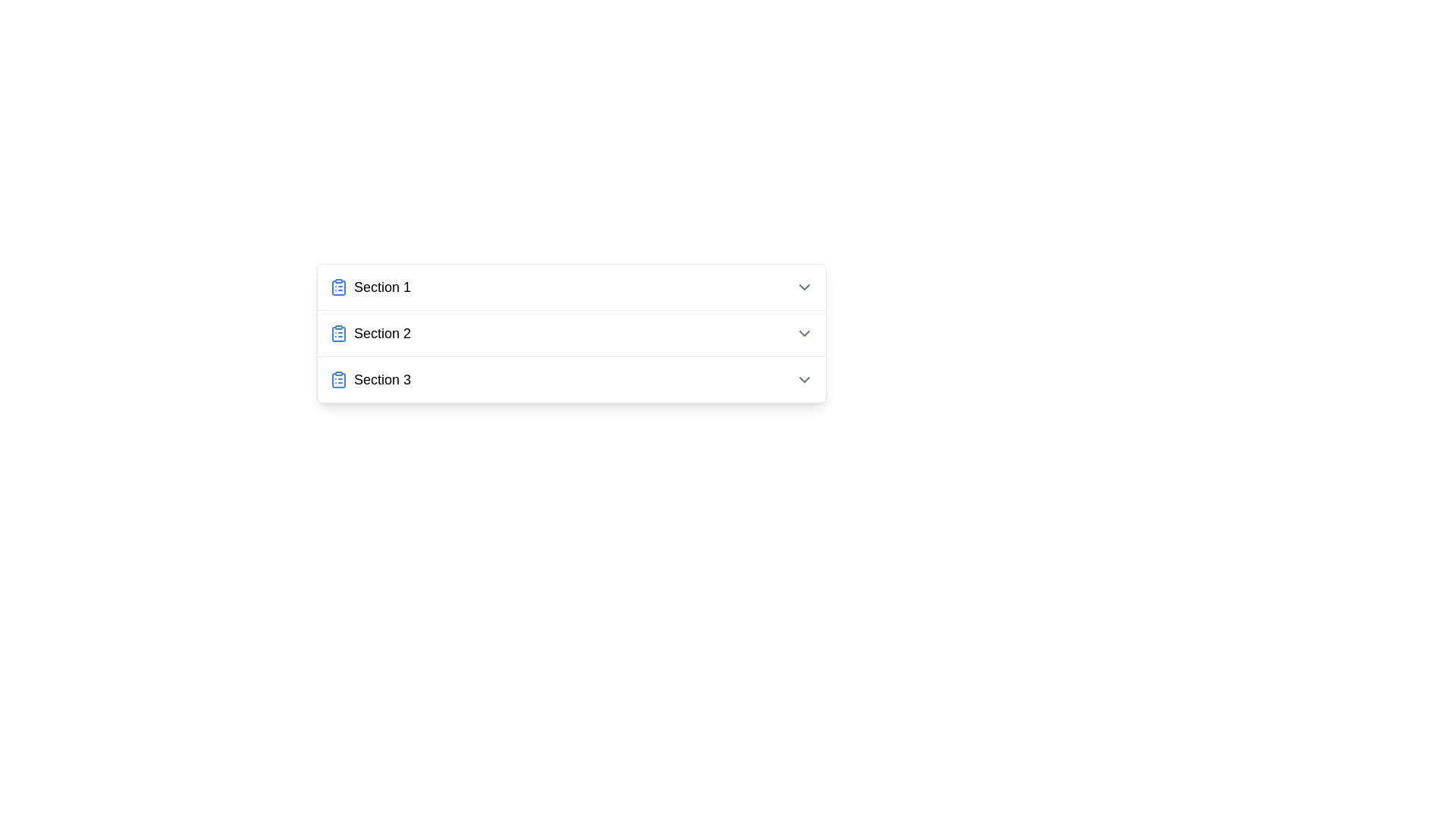  Describe the element at coordinates (370, 332) in the screenshot. I see `the labeled menu item 'Section 2' with a blue clipboard icon` at that location.